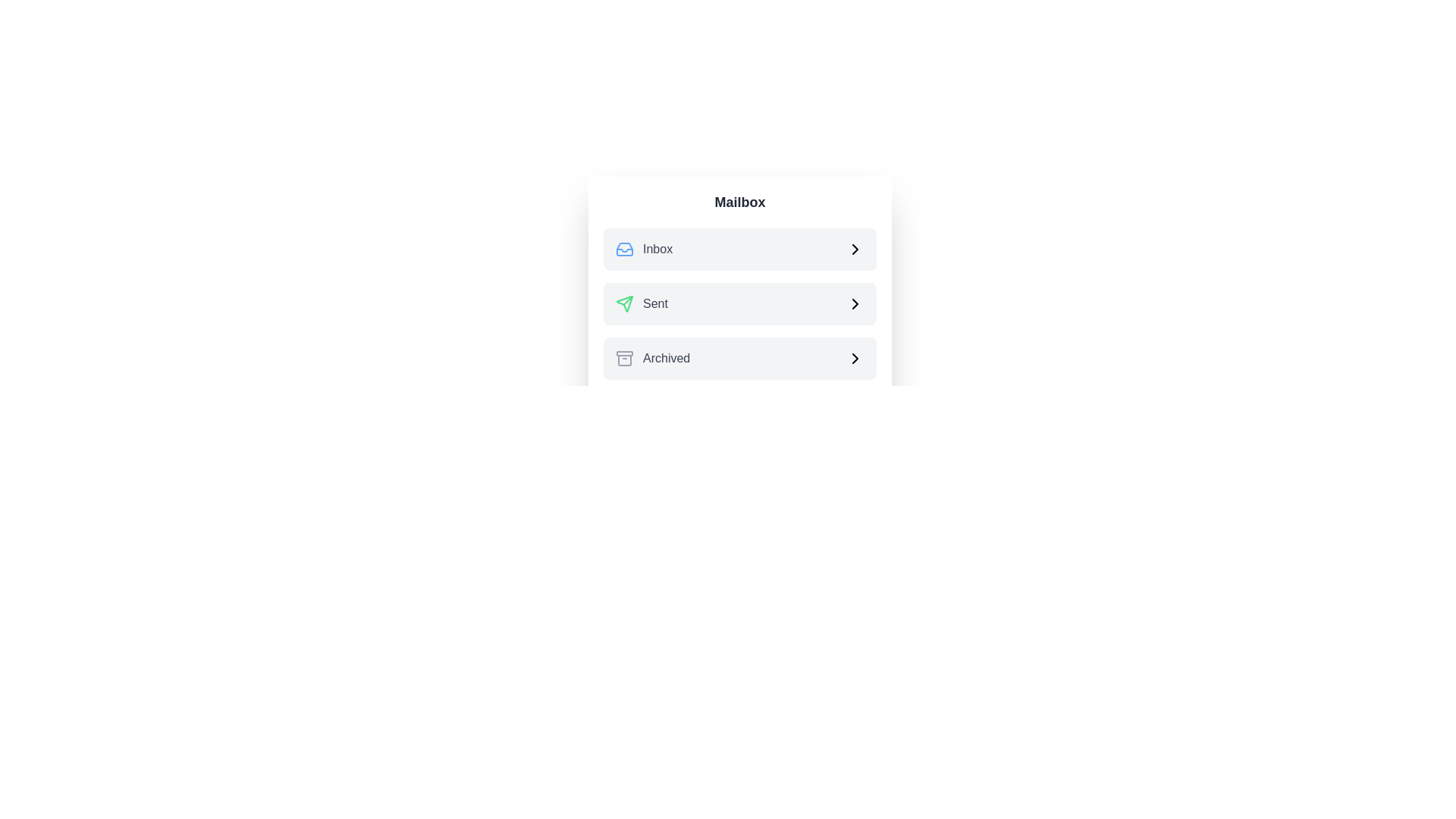 Image resolution: width=1456 pixels, height=819 pixels. Describe the element at coordinates (855, 248) in the screenshot. I see `the Right Arrow icon located on the far right side of the 'Inbox' row in the 'Mailbox' section` at that location.